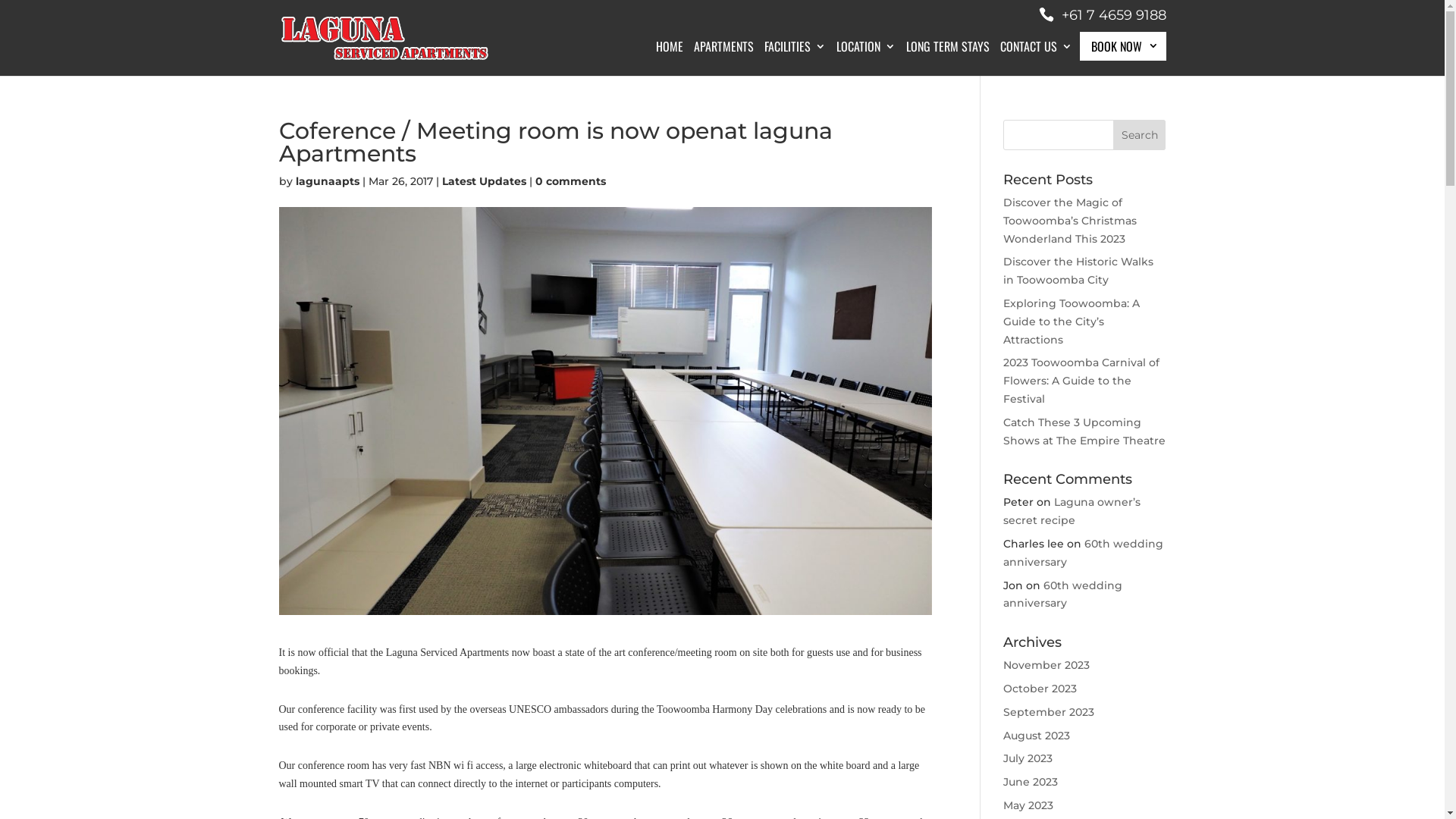 The image size is (1456, 819). I want to click on 'APARTMENTS', so click(722, 58).